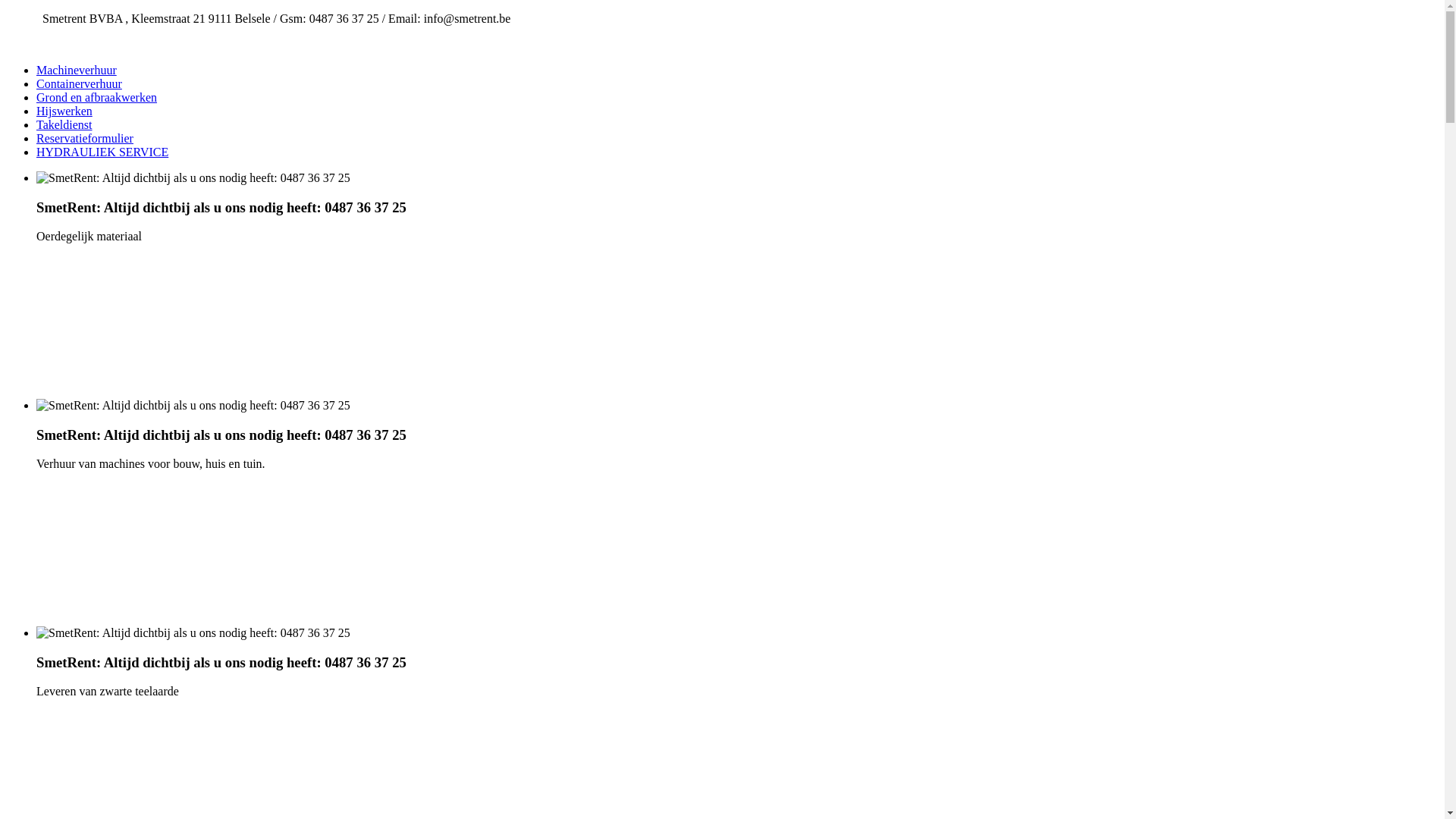 This screenshot has height=819, width=1456. I want to click on 'Takeldienst', so click(64, 124).